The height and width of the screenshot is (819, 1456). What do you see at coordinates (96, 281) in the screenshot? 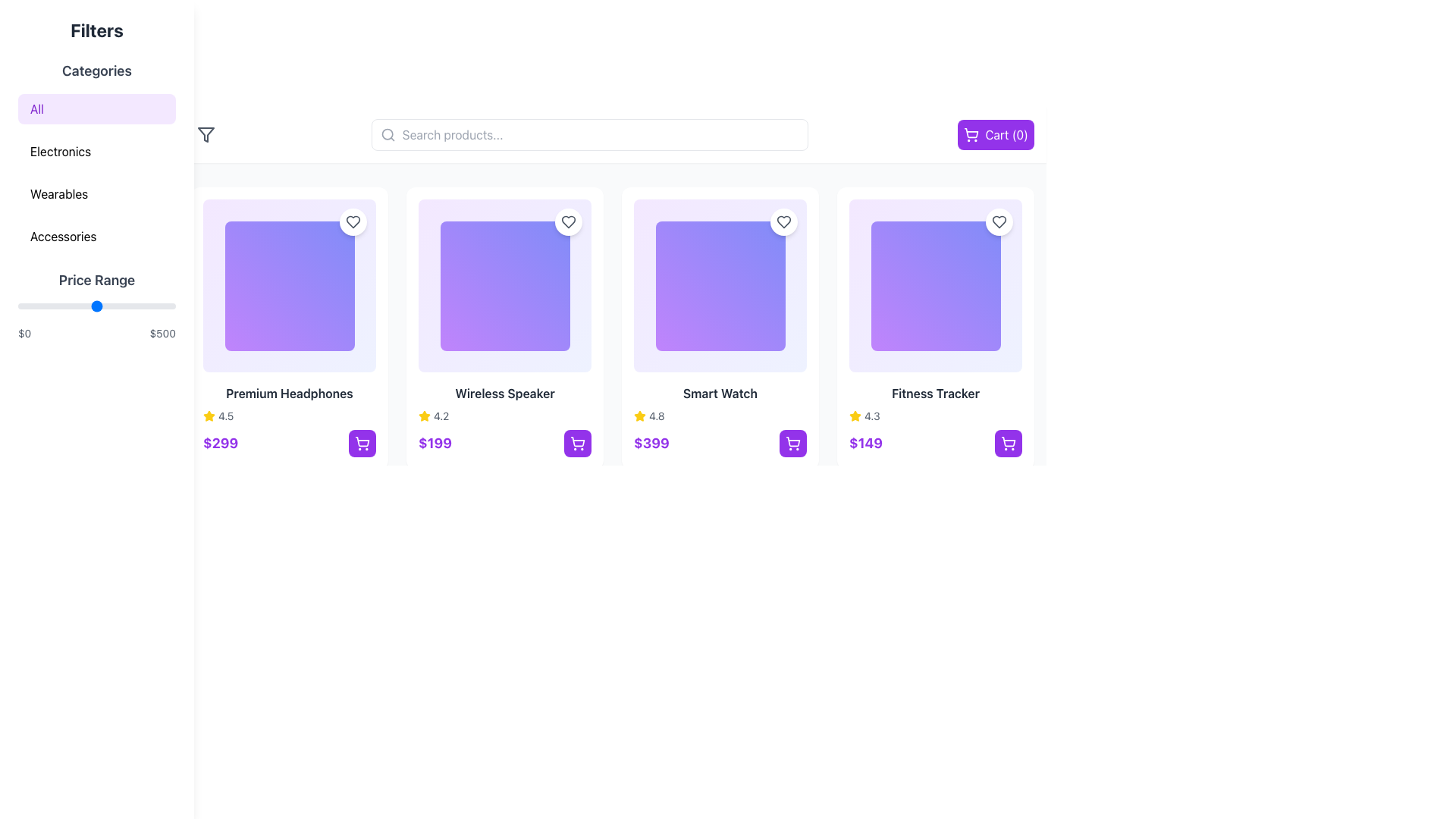
I see `the 'Price Range' text label, which is a prominent section header in the filter panel of the sidebar, displayed in bold, large-sized dark gray font` at bounding box center [96, 281].